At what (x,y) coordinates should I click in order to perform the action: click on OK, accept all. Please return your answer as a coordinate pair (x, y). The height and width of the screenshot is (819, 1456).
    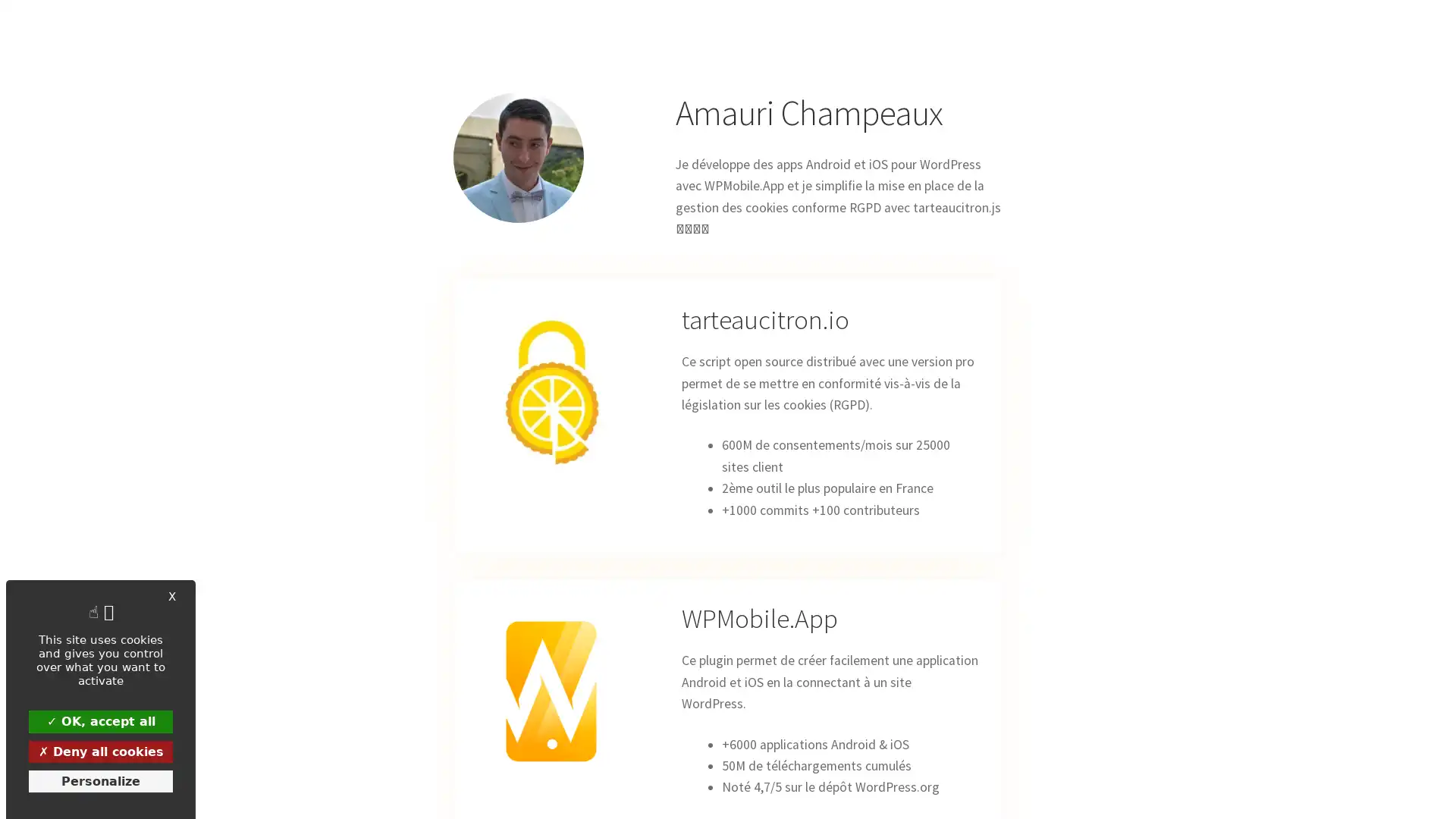
    Looking at the image, I should click on (100, 720).